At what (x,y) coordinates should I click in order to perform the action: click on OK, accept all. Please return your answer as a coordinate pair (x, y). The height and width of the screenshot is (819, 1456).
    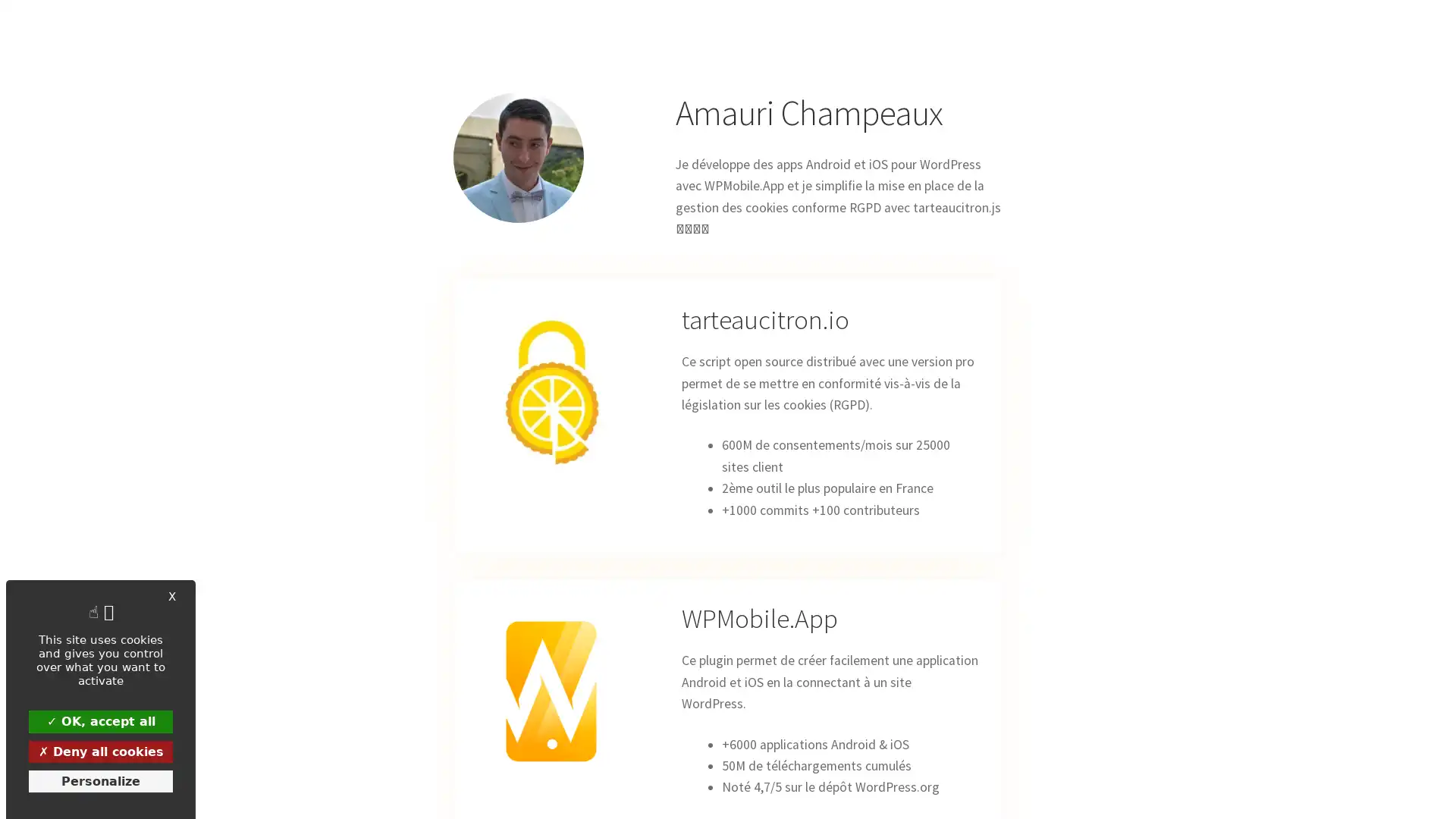
    Looking at the image, I should click on (100, 720).